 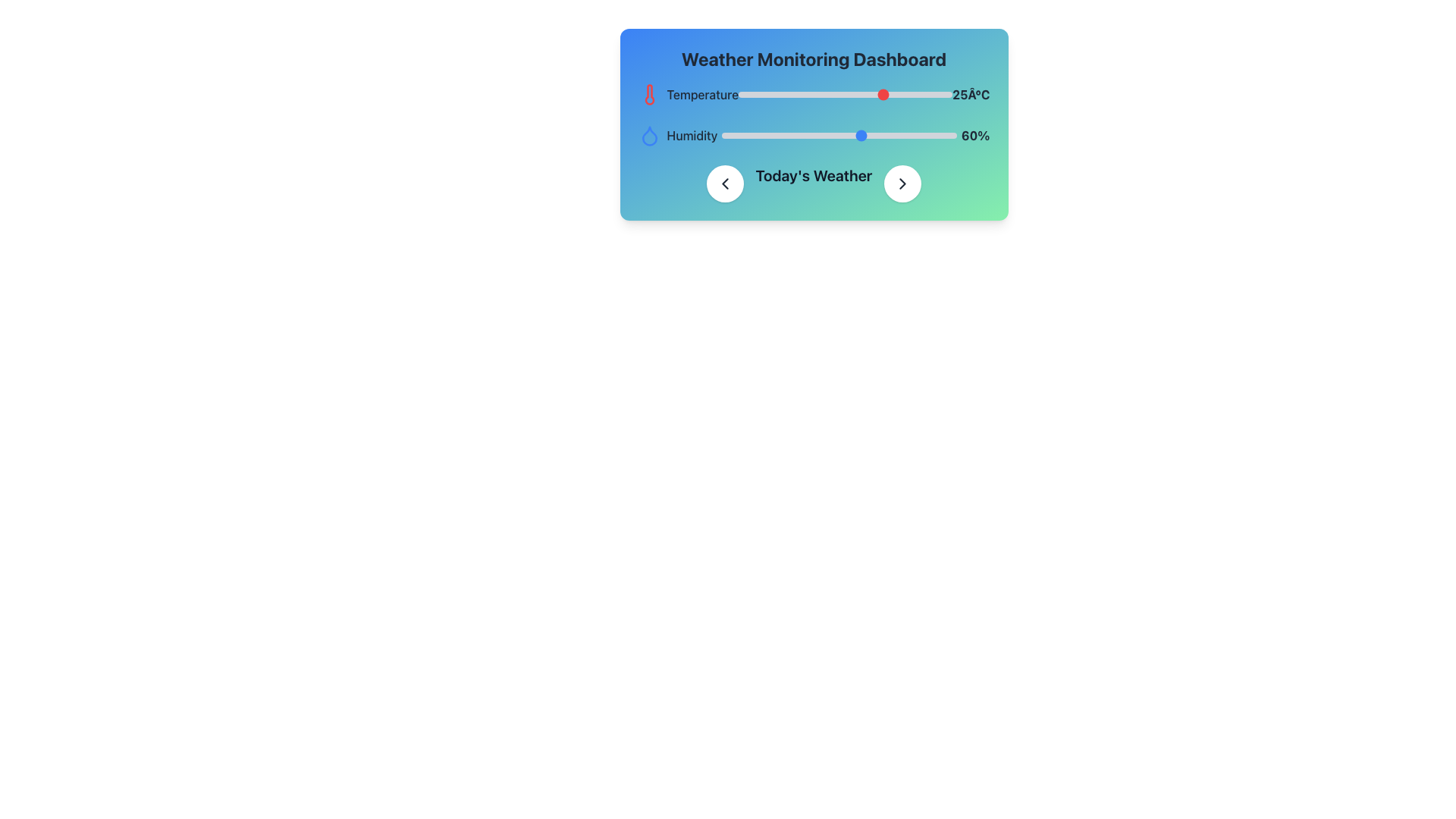 What do you see at coordinates (691, 134) in the screenshot?
I see `the 'Humidity' text label, which is displayed in bold gray font and located to the right of a blue droplet icon on the weather dashboard` at bounding box center [691, 134].